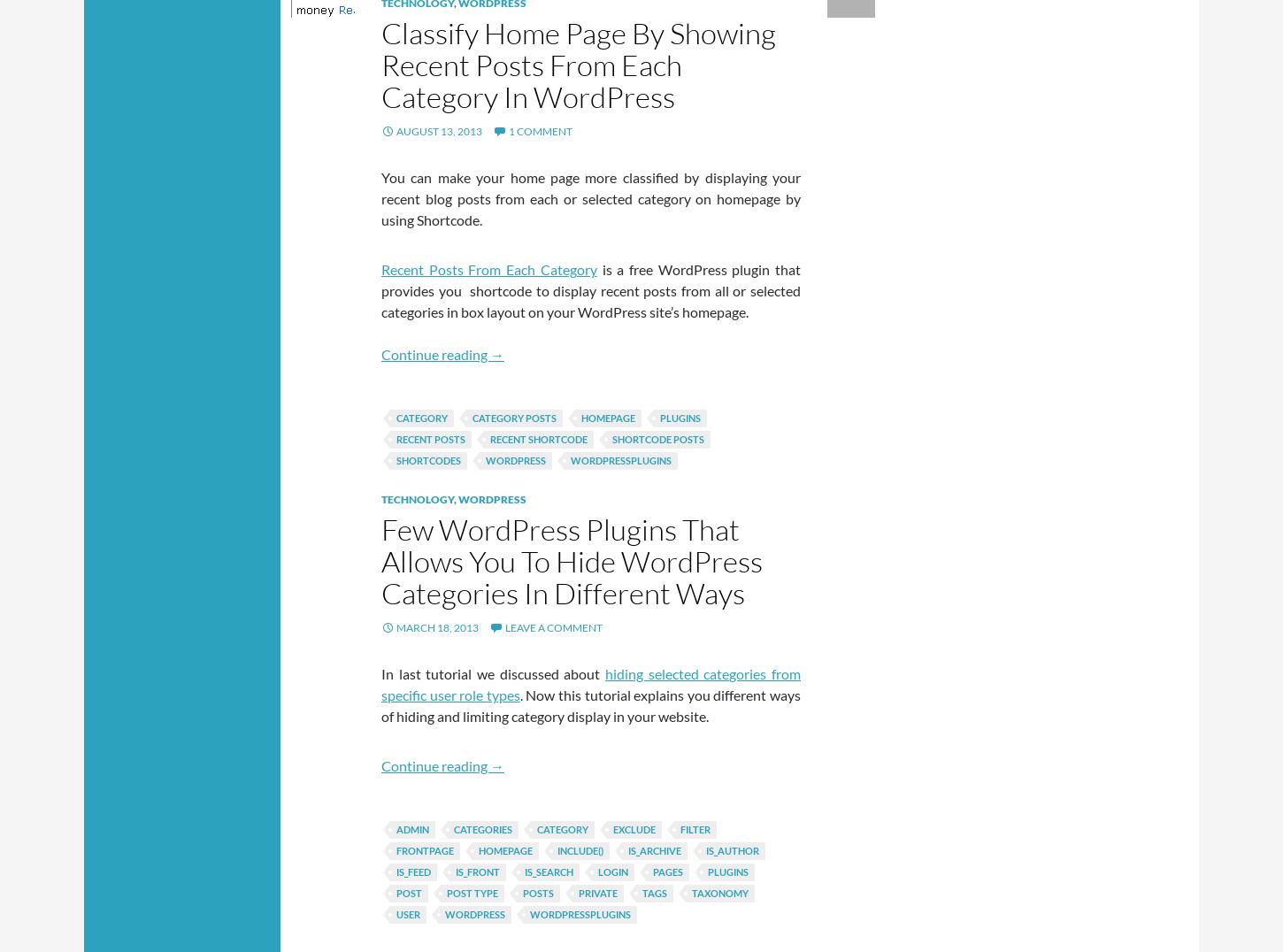 The height and width of the screenshot is (952, 1283). I want to click on 'filter', so click(695, 828).